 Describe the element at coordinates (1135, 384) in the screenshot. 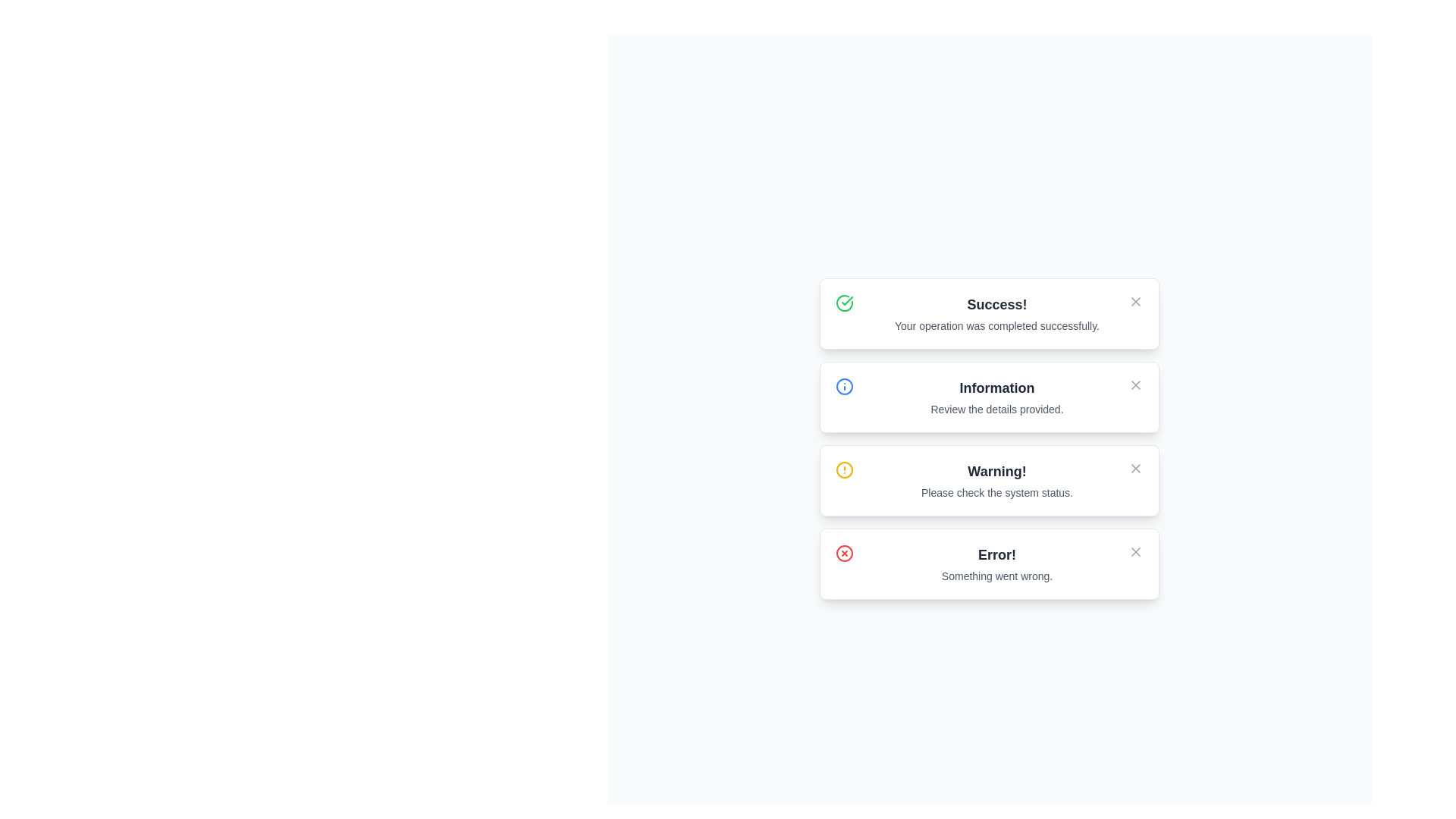

I see `the close button in the top-right corner of the 'Information' notification card` at that location.